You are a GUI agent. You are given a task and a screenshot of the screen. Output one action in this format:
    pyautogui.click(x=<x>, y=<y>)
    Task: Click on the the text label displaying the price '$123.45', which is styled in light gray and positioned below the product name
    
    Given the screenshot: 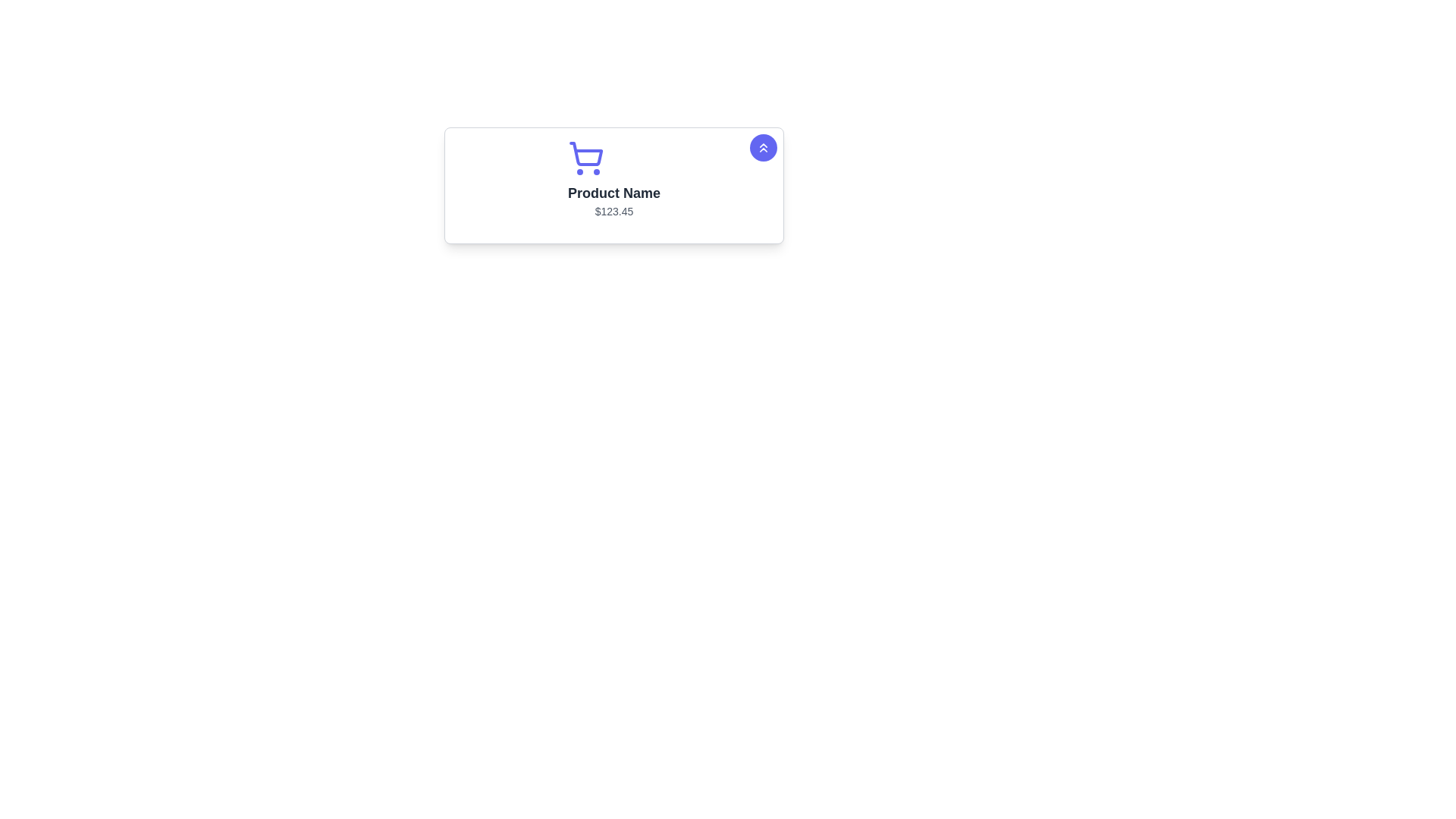 What is the action you would take?
    pyautogui.click(x=614, y=211)
    